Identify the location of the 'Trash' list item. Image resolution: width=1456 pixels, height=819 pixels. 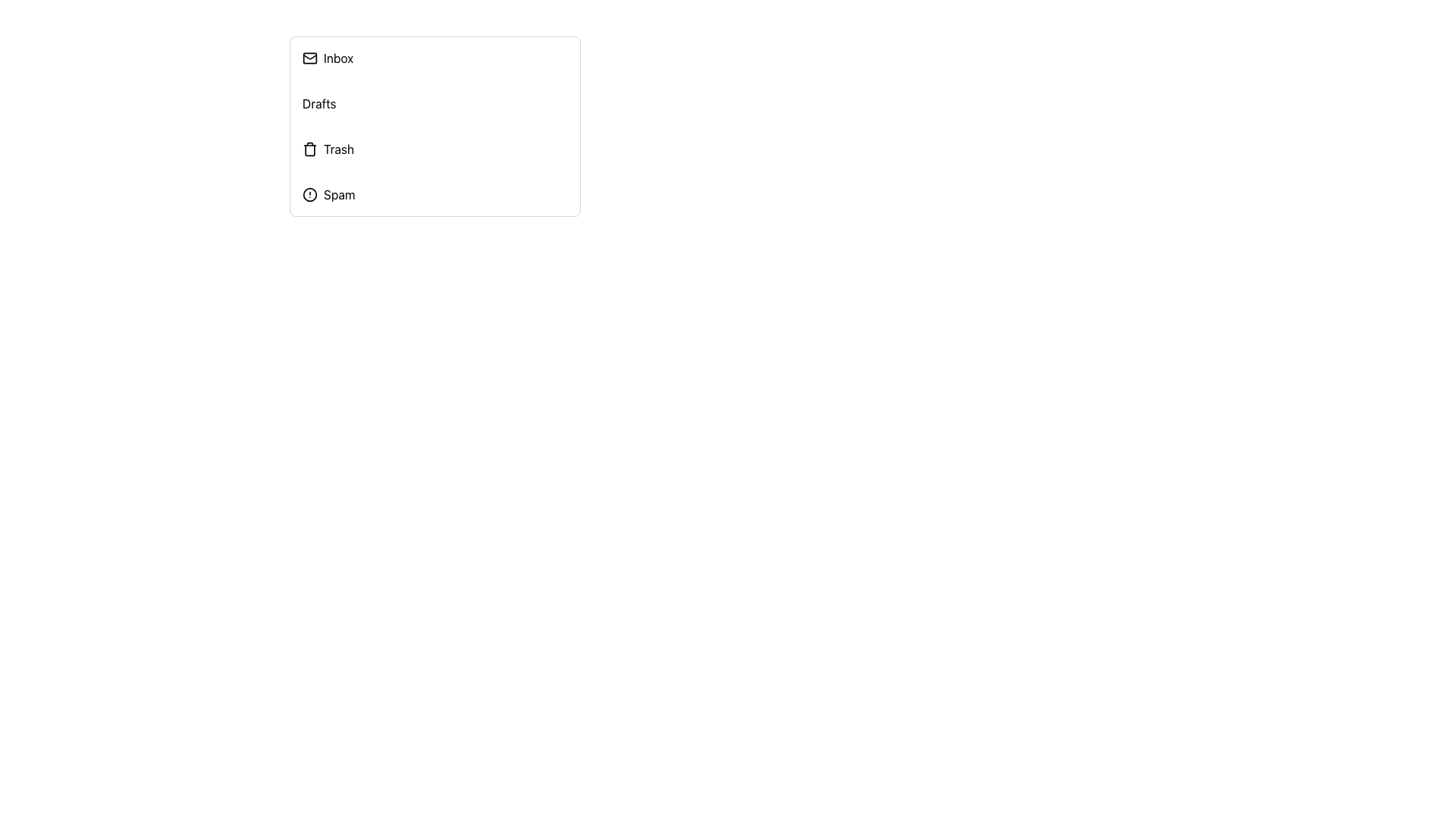
(435, 149).